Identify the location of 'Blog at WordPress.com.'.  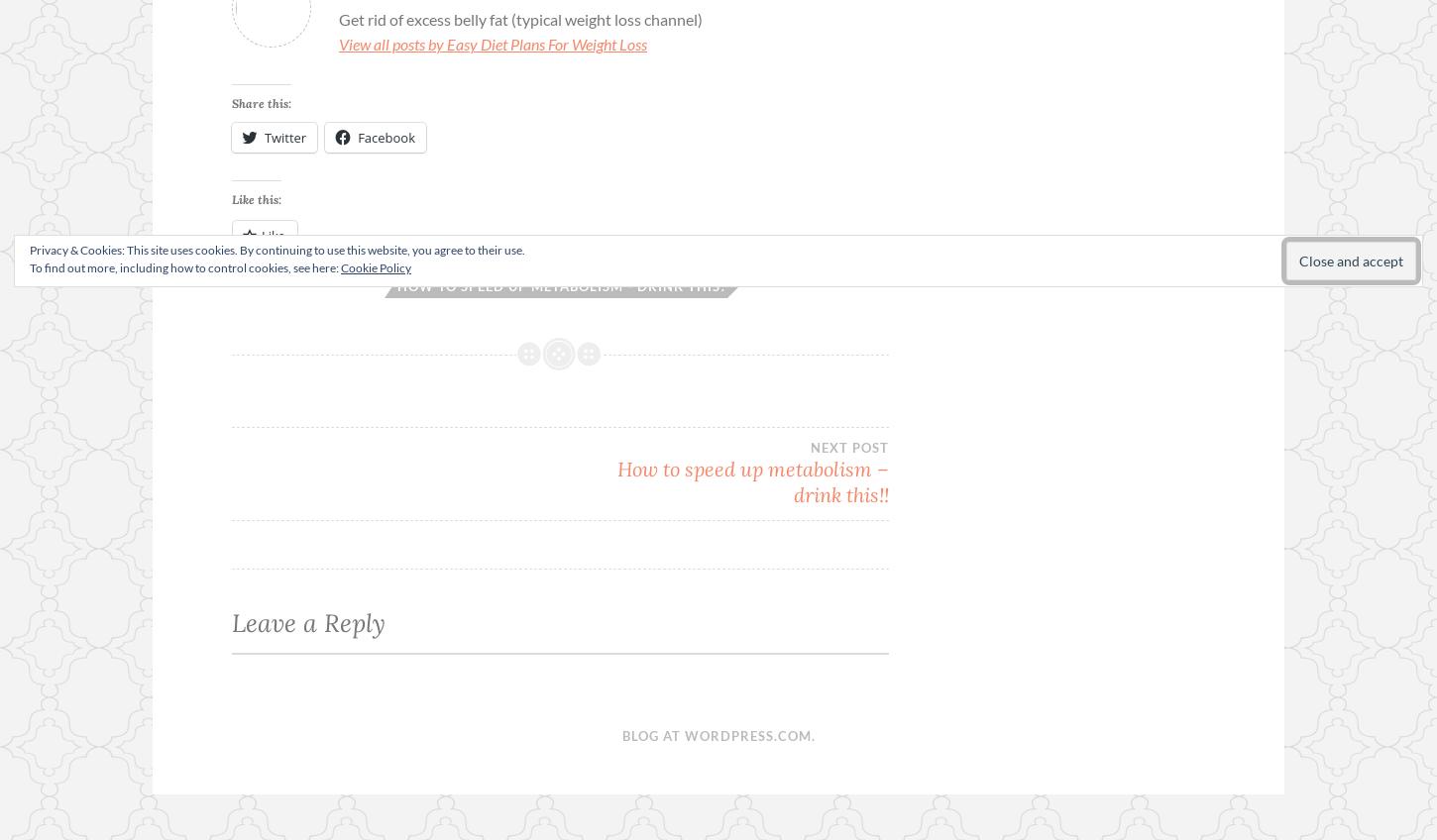
(717, 735).